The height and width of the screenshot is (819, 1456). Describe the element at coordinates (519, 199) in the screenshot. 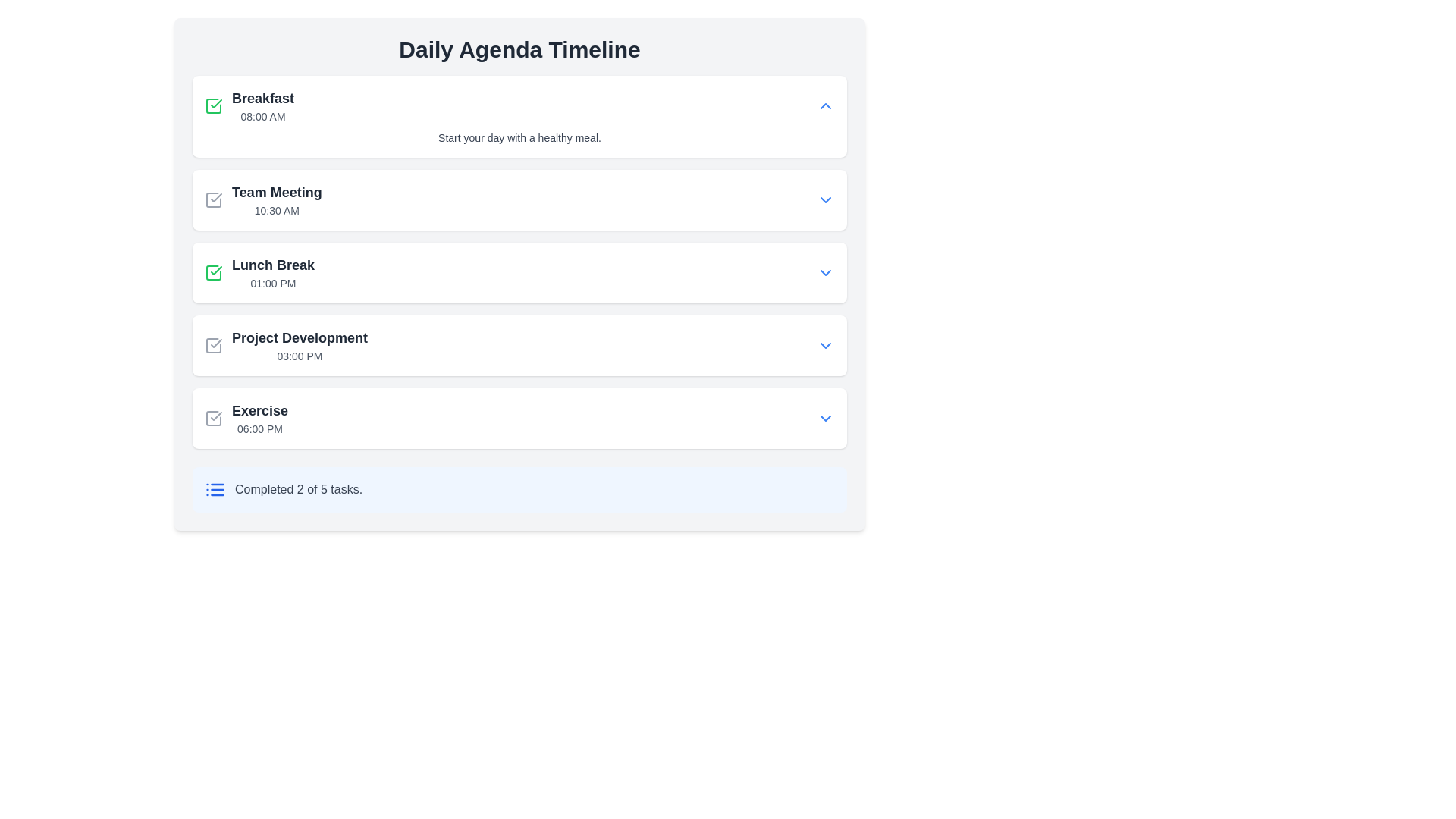

I see `the dropdown arrow of the second item in the vertically-stacked list, which represents a scheduled agenda item in the daily timeline` at that location.